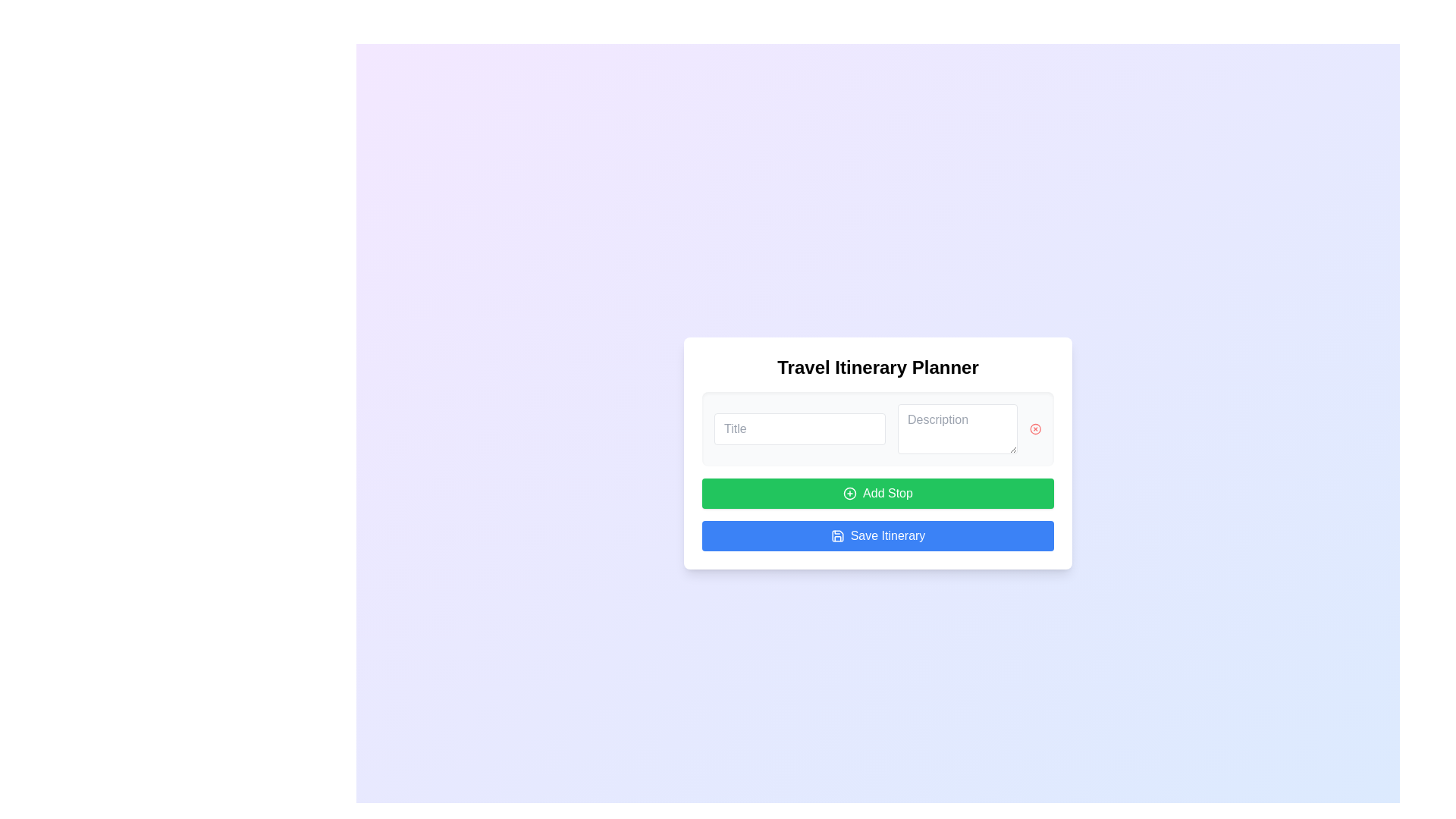 The height and width of the screenshot is (819, 1456). I want to click on the 'Save Itinerary' button, which is a prominent rectangular button with rounded edges, rich blue background, and white bold text, located directly below the green 'Add Stop' button, so click(877, 535).